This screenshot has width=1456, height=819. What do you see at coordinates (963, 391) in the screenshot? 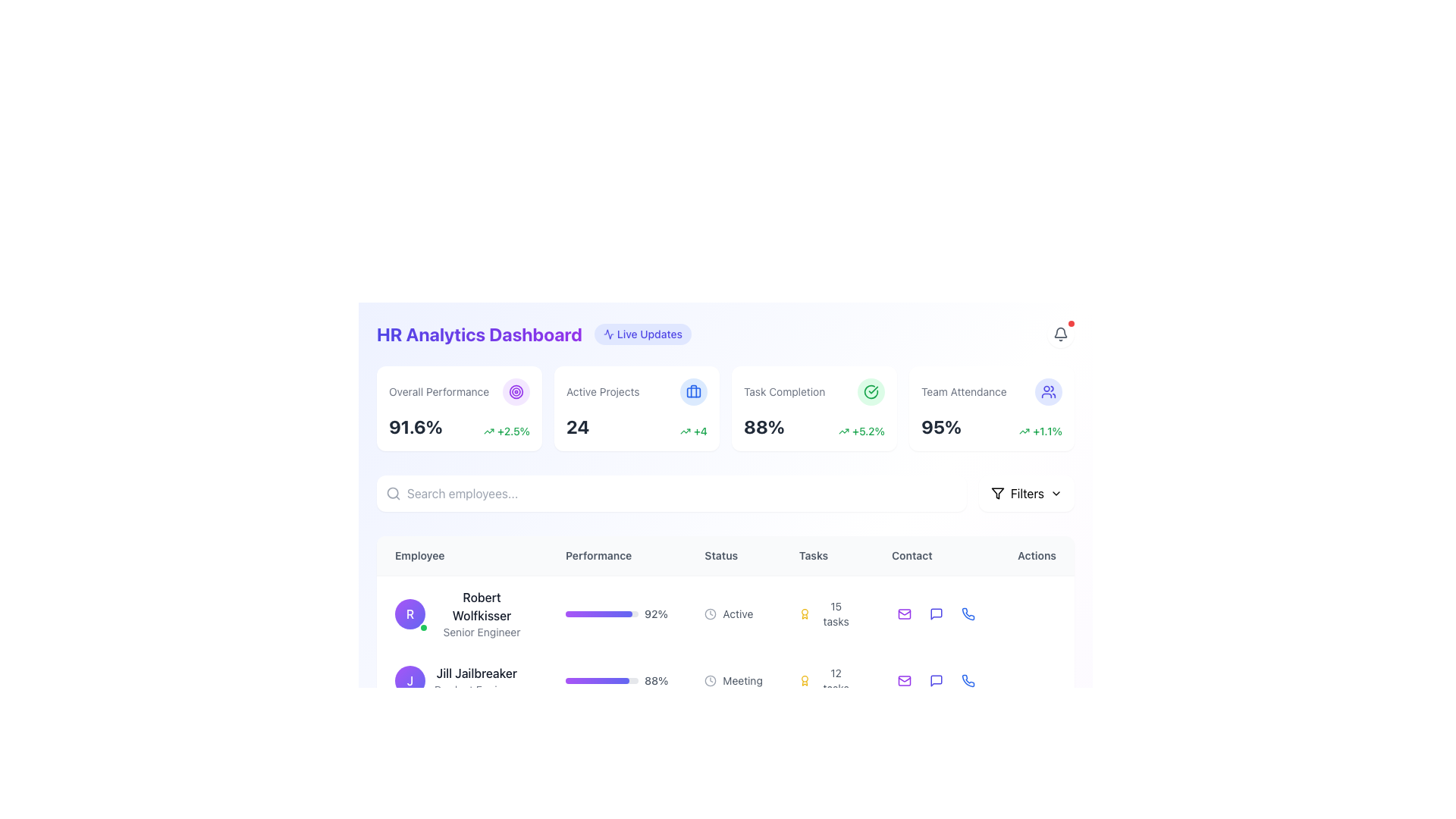
I see `the 'Team Attendance' text label located at the top-right of the dashboard, immediately to the left of a rounded icon with a purple background` at bounding box center [963, 391].